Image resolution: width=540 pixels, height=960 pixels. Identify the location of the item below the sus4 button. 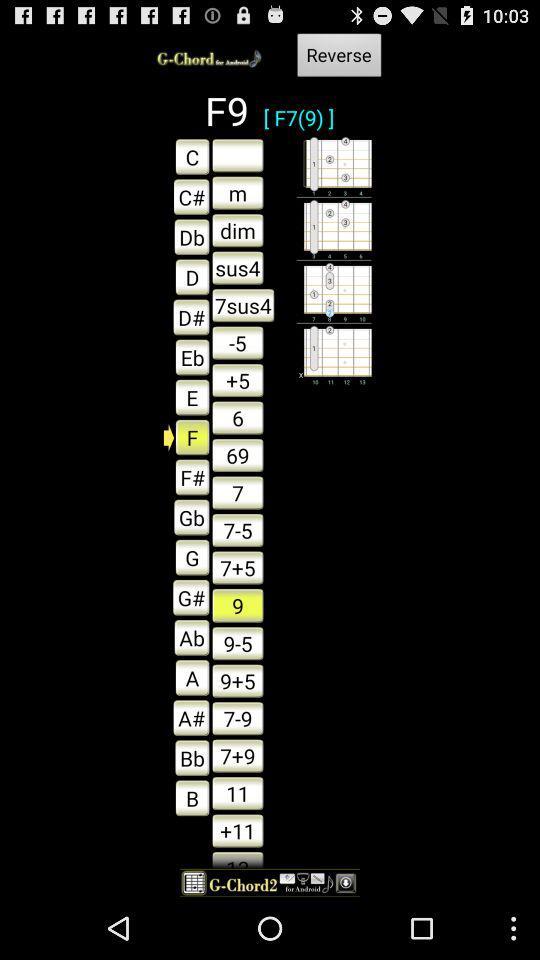
(243, 305).